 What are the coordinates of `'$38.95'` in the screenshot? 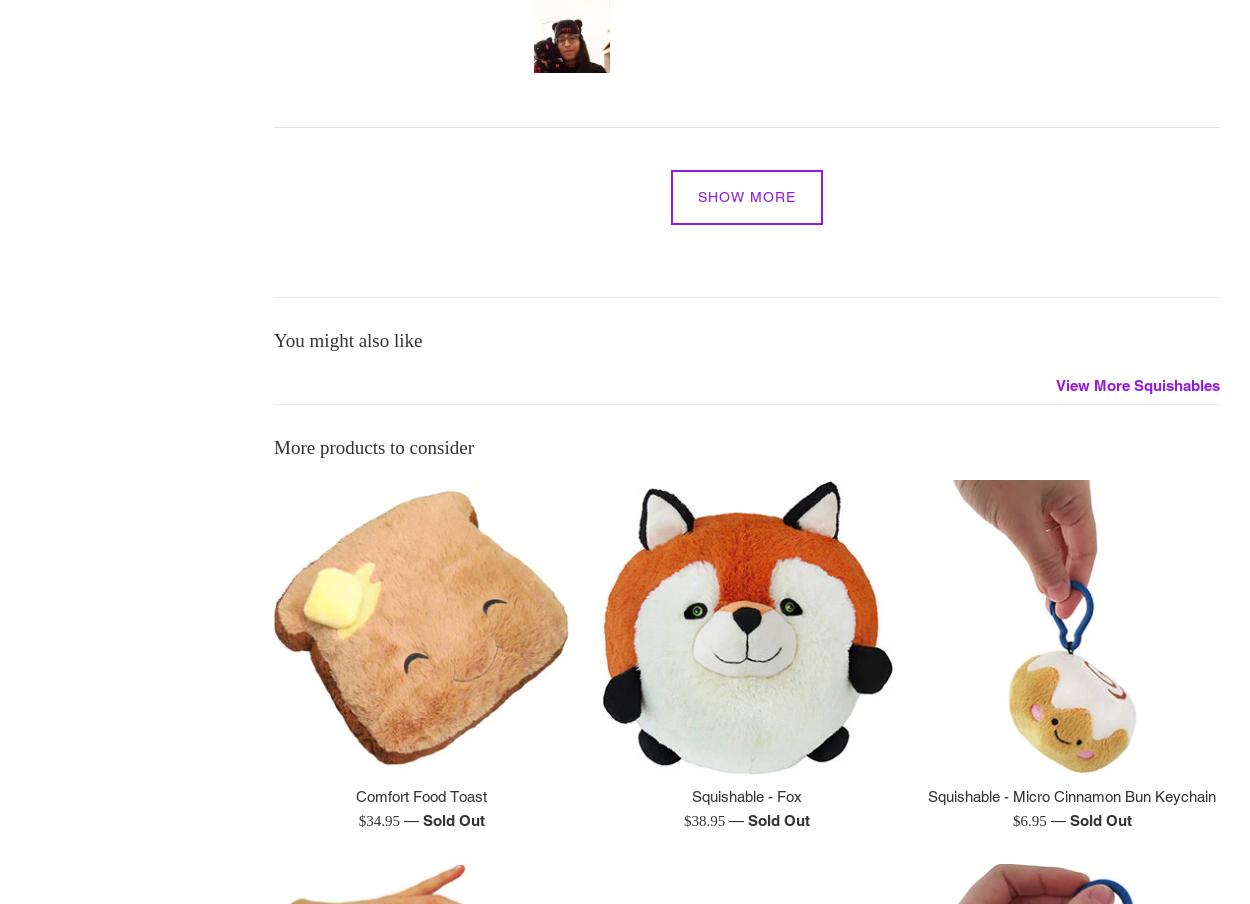 It's located at (683, 820).